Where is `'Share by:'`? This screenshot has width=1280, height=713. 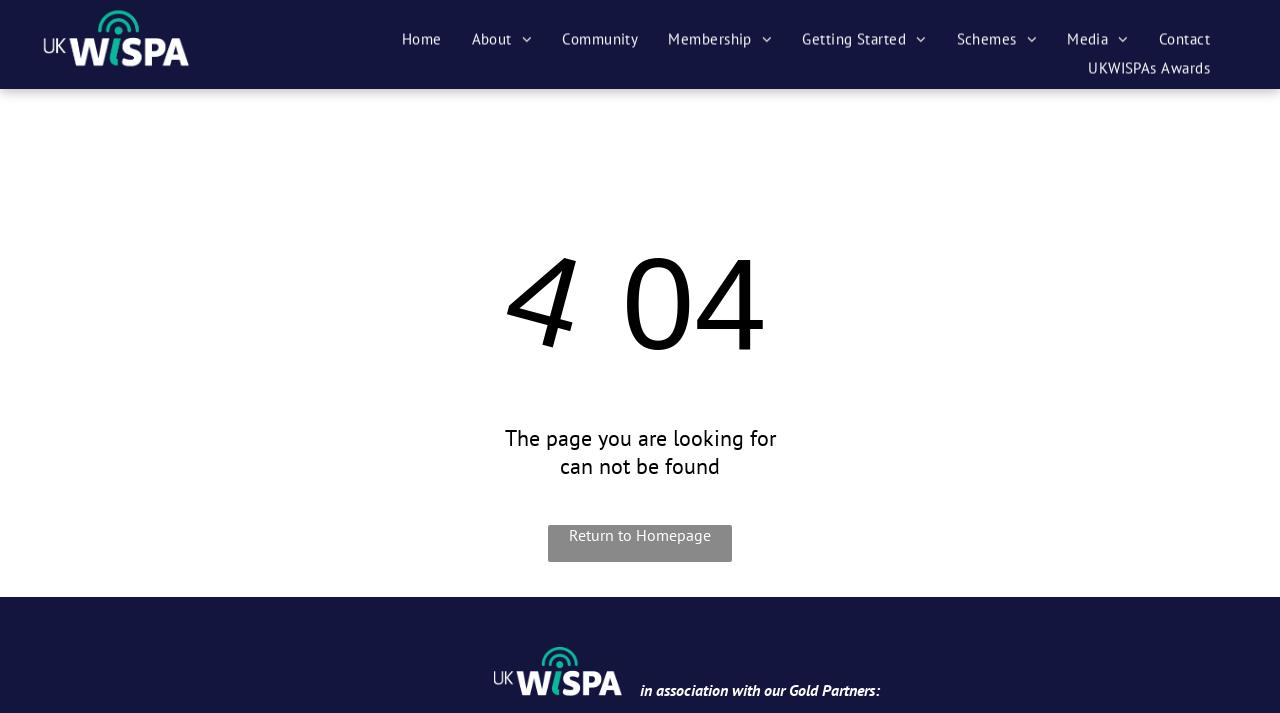
'Share by:' is located at coordinates (81, 50).